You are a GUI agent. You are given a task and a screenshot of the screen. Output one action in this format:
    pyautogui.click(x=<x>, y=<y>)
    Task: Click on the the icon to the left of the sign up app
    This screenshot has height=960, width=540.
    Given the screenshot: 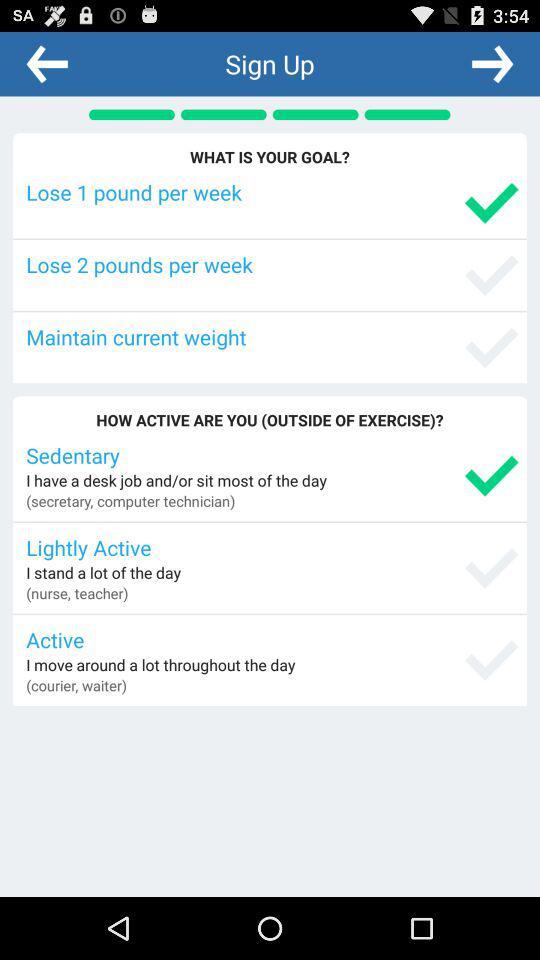 What is the action you would take?
    pyautogui.click(x=47, y=63)
    